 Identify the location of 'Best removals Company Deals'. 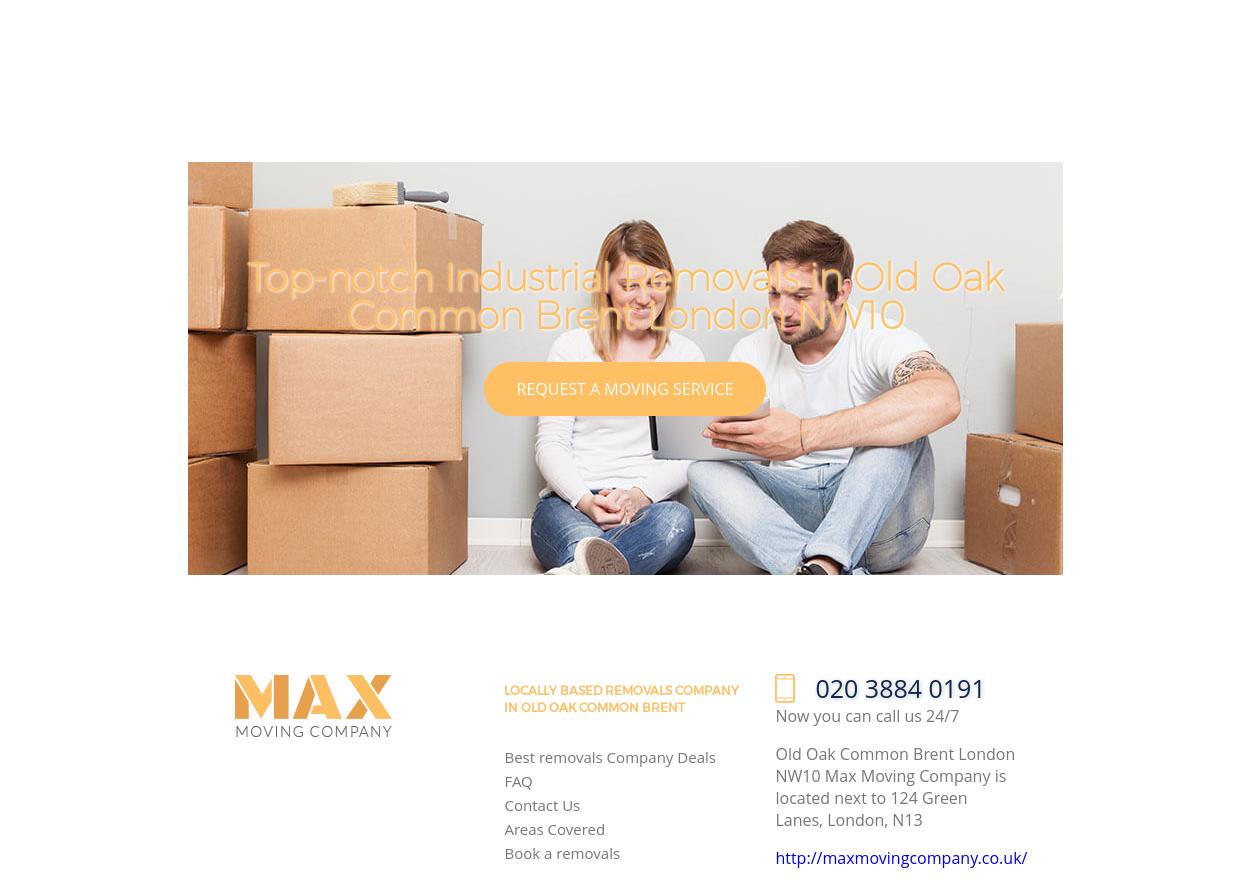
(608, 755).